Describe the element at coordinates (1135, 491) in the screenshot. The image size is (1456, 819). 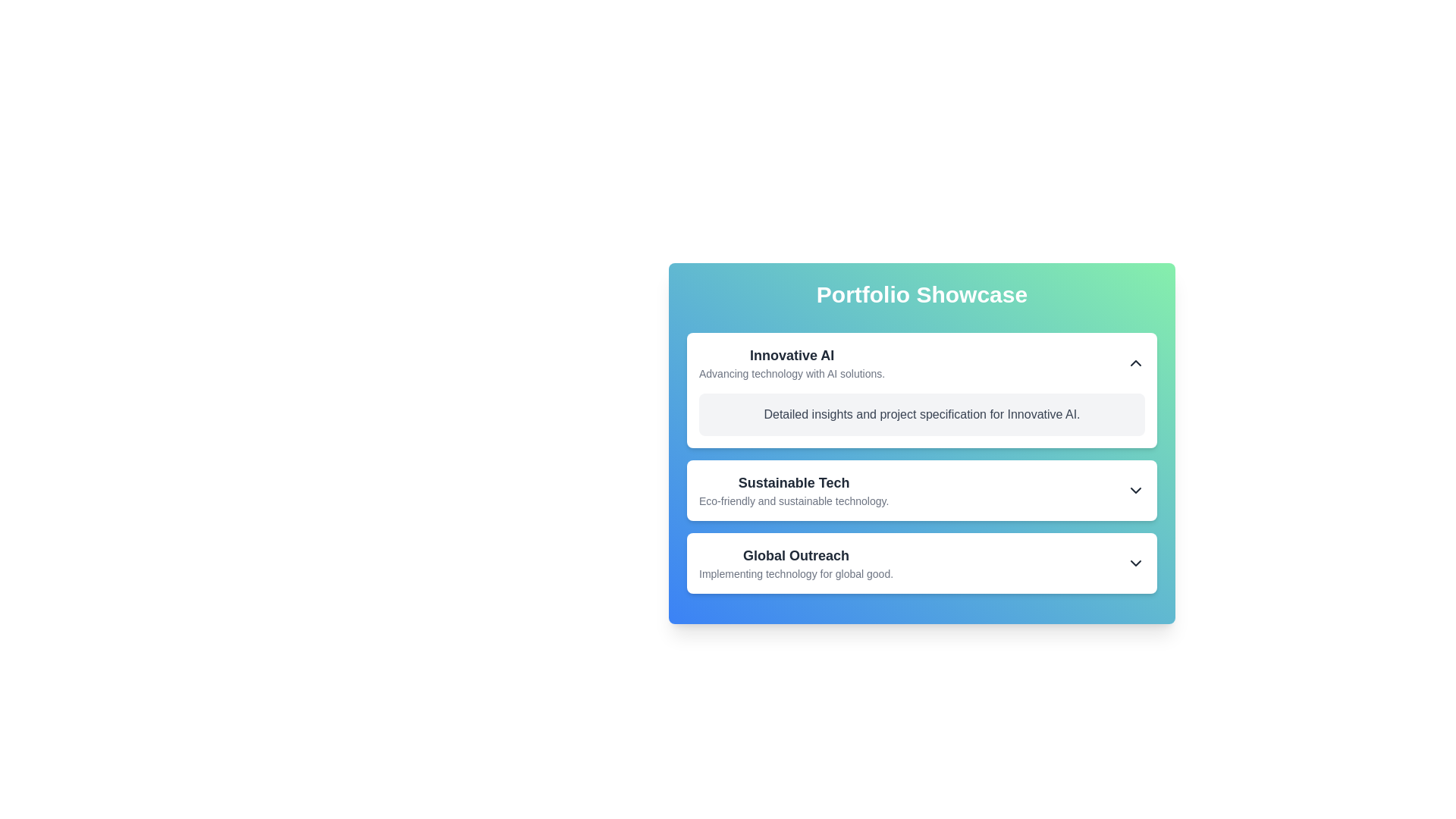
I see `the downward-pointing chevron icon located at the far-right side of the 'Sustainable Tech' section` at that location.